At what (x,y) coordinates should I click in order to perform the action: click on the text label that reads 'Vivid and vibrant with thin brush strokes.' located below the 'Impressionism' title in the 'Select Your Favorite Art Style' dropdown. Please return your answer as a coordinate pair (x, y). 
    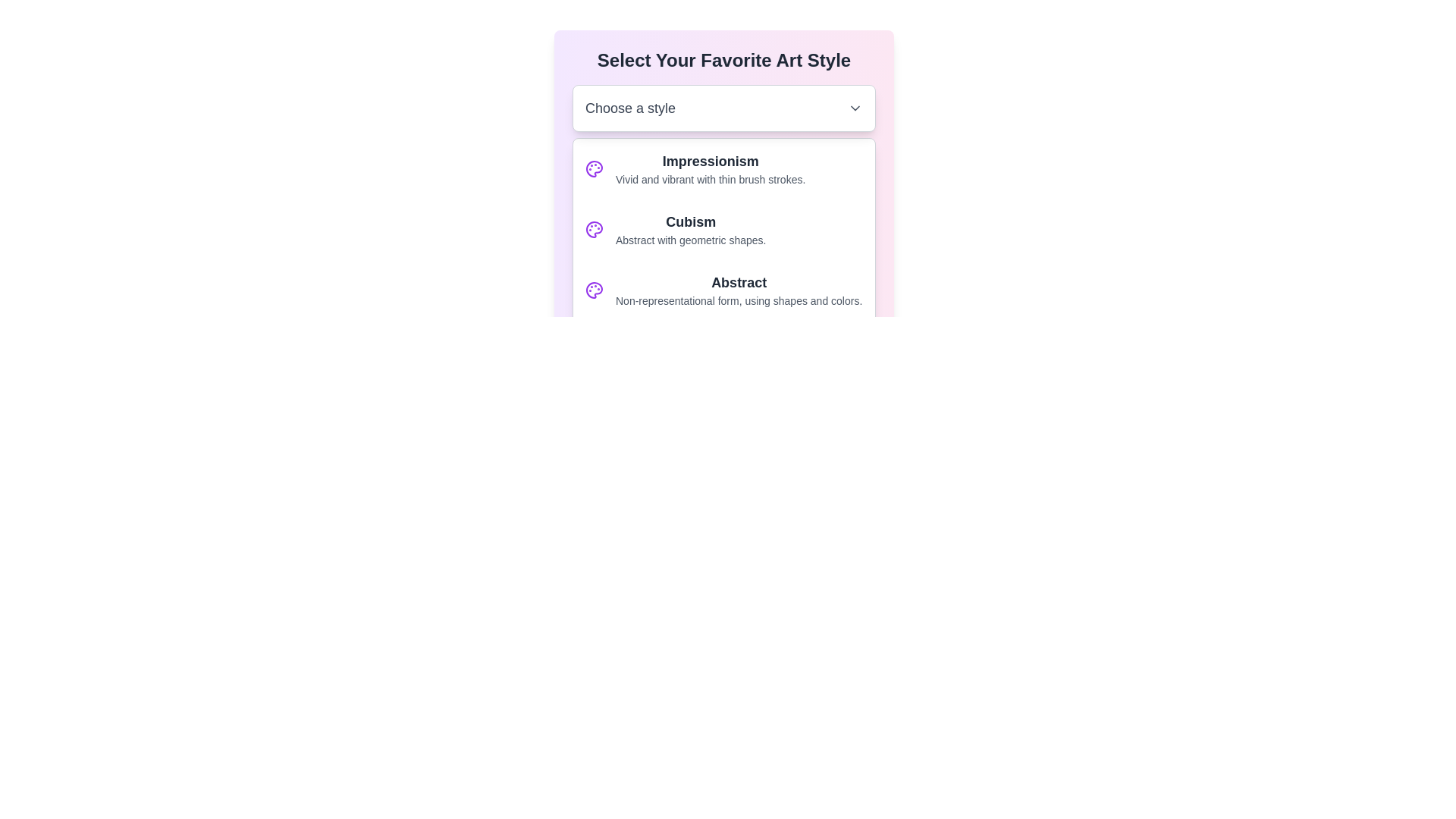
    Looking at the image, I should click on (710, 178).